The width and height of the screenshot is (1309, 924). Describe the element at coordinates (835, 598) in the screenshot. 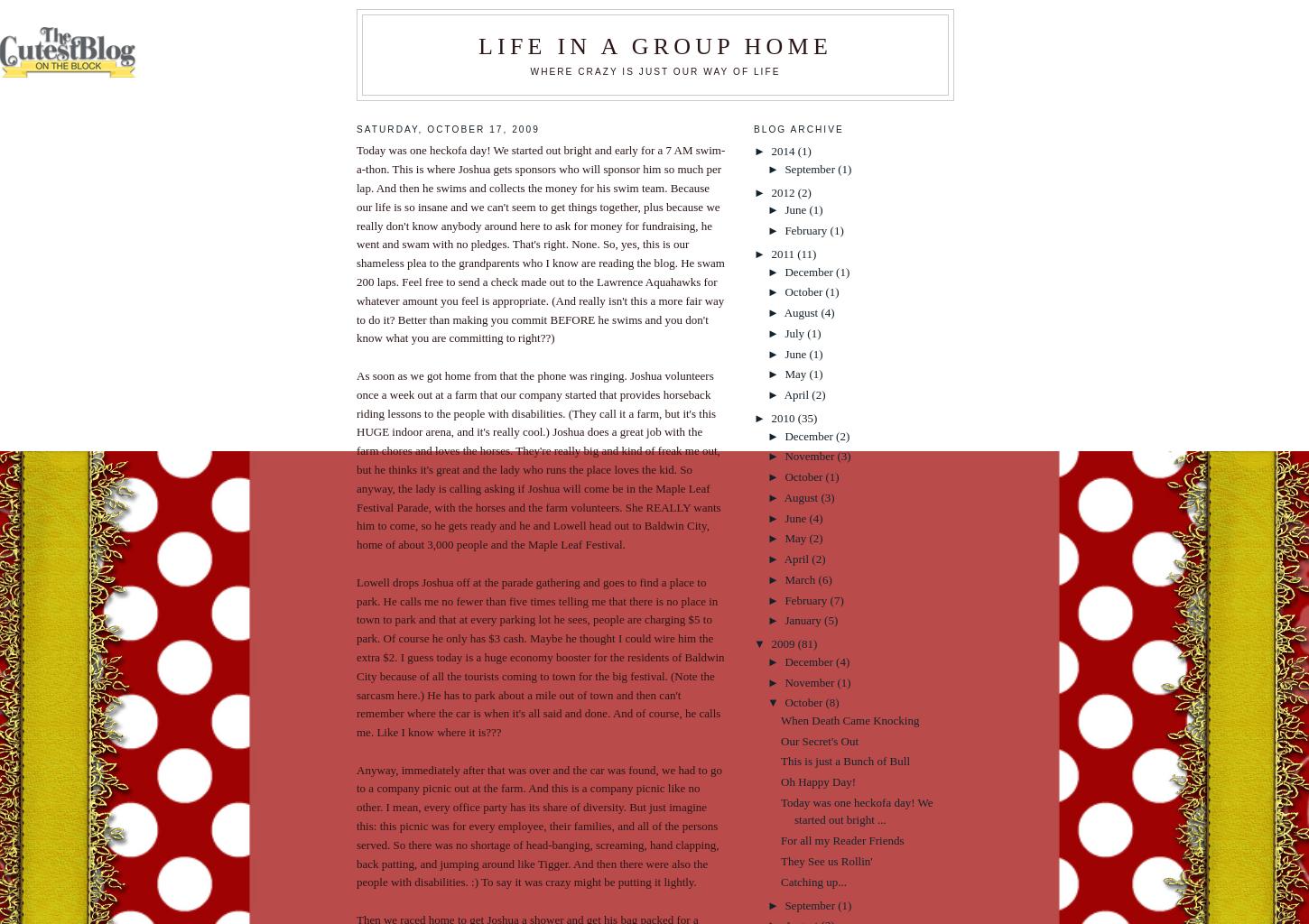

I see `'(7)'` at that location.